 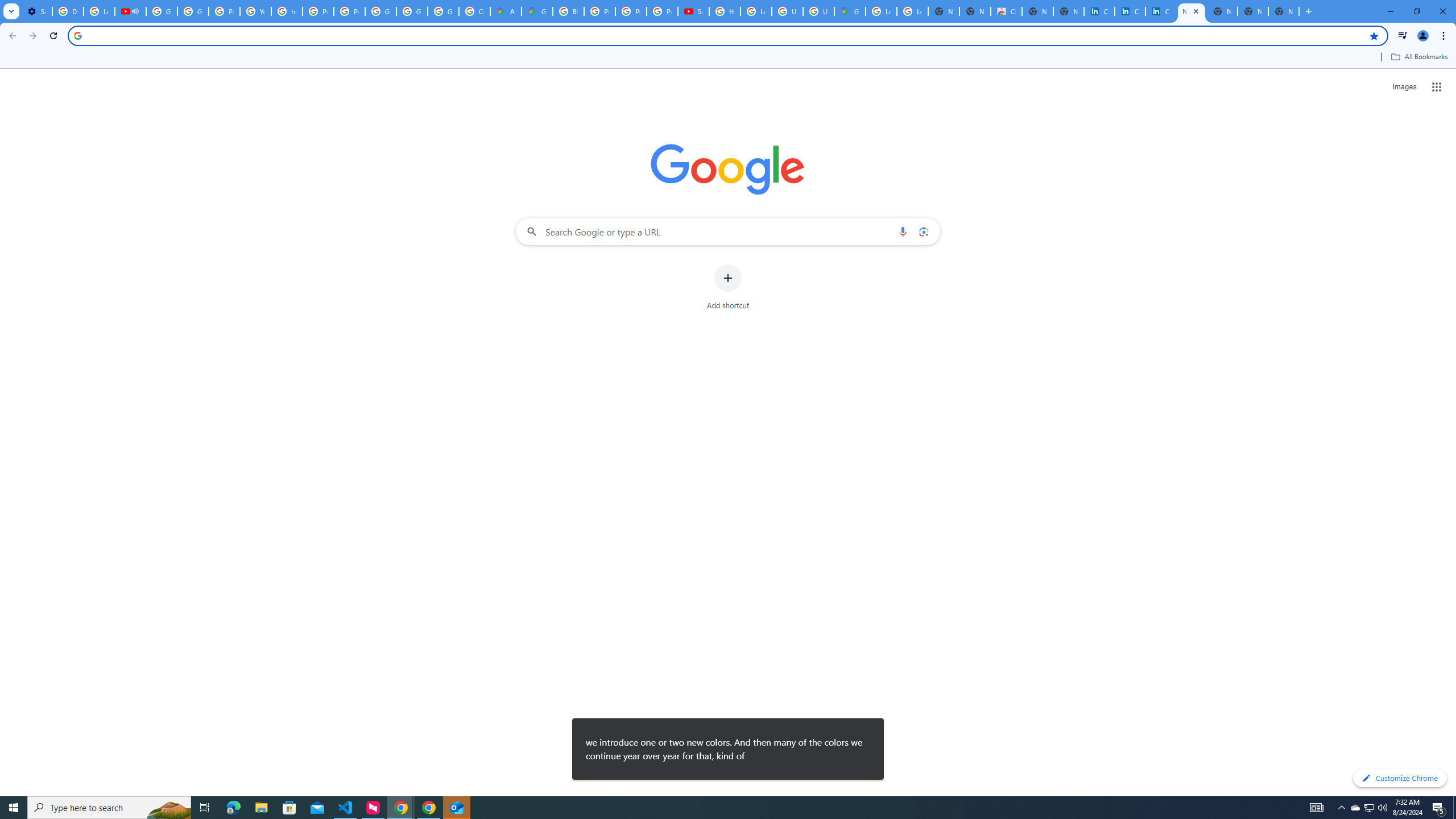 I want to click on 'Subscriptions - YouTube', so click(x=693, y=11).